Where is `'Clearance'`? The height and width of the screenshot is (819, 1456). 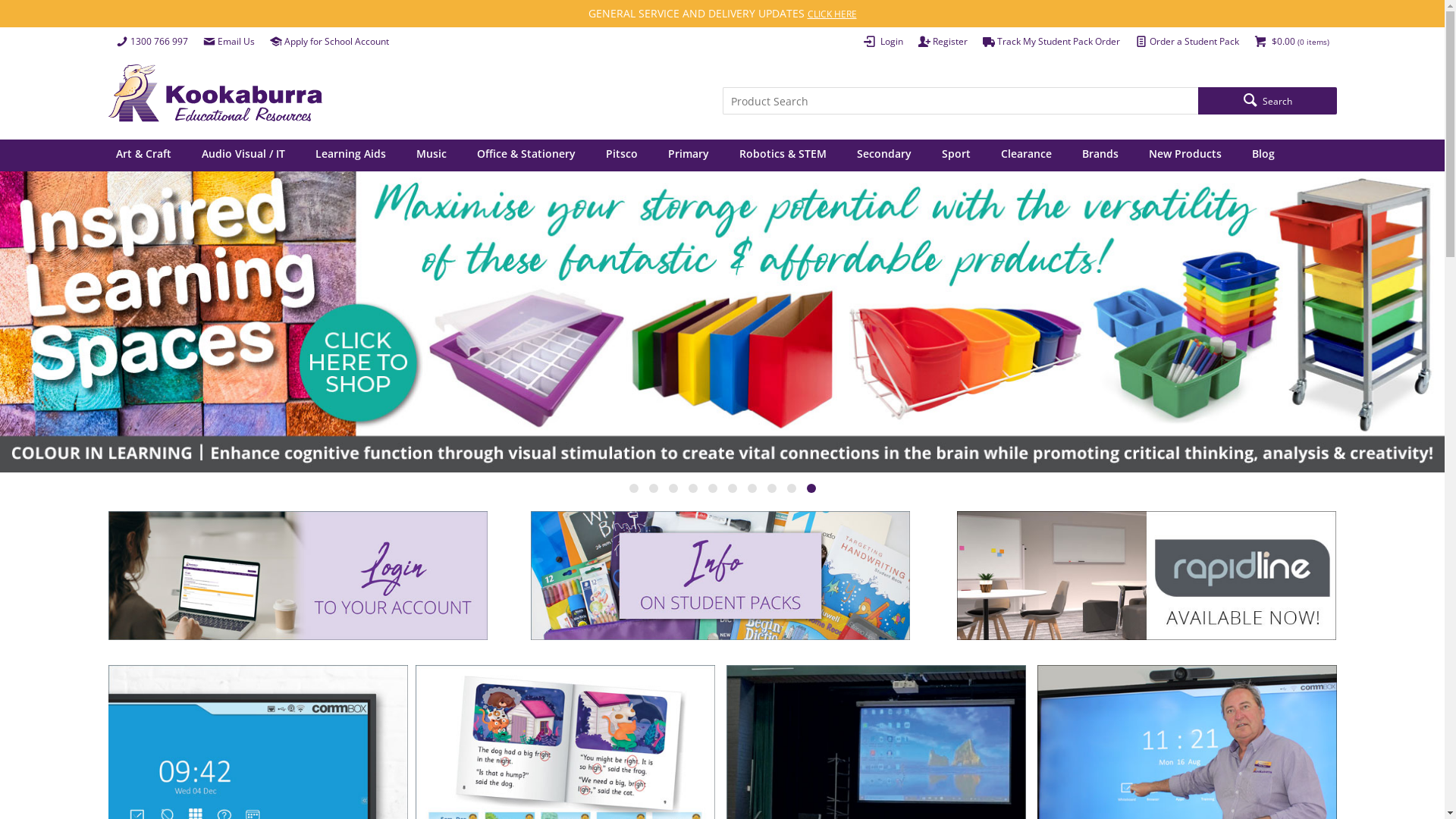 'Clearance' is located at coordinates (1025, 155).